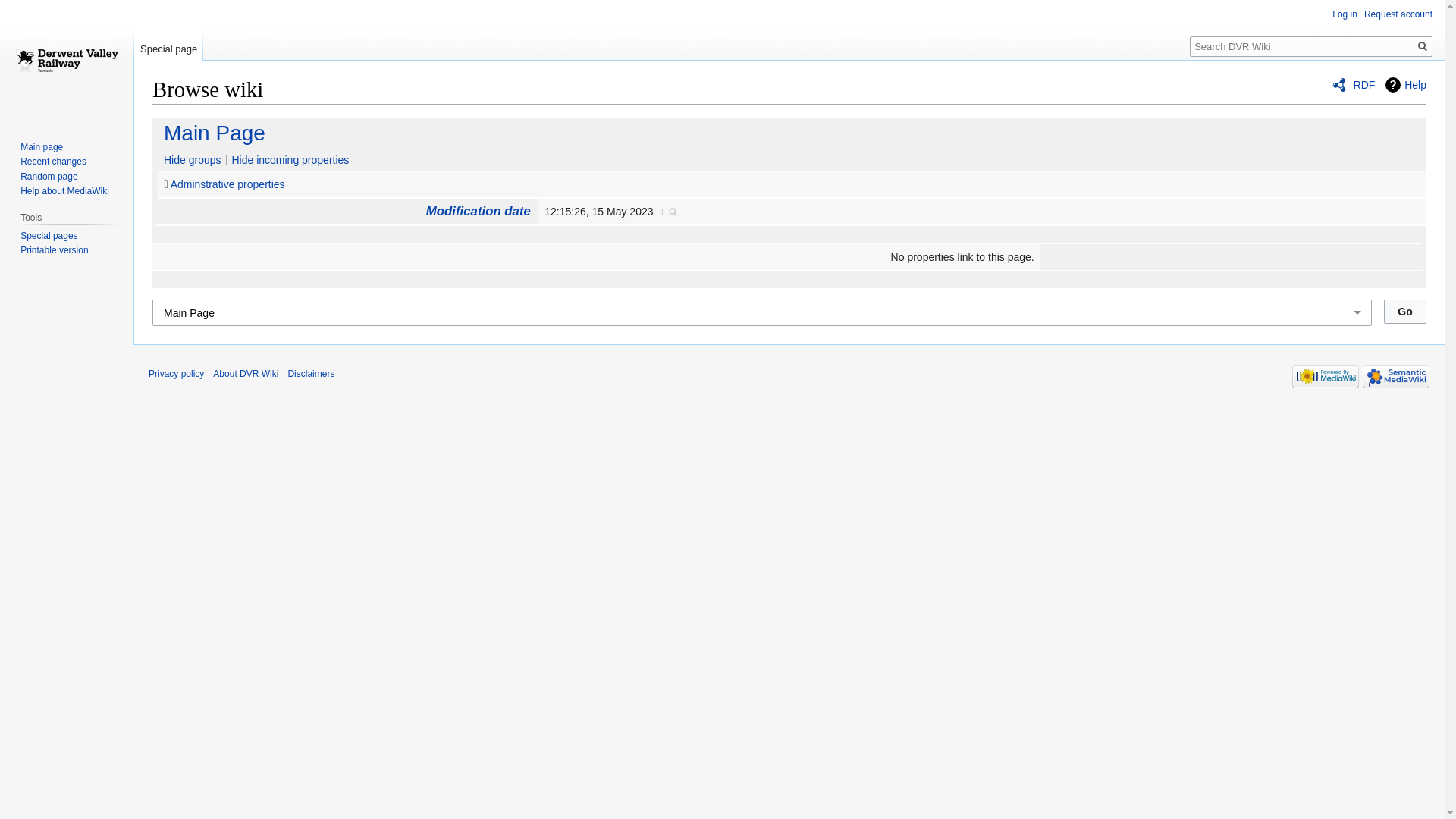 The image size is (1456, 819). I want to click on 'Visit the main page', so click(65, 60).